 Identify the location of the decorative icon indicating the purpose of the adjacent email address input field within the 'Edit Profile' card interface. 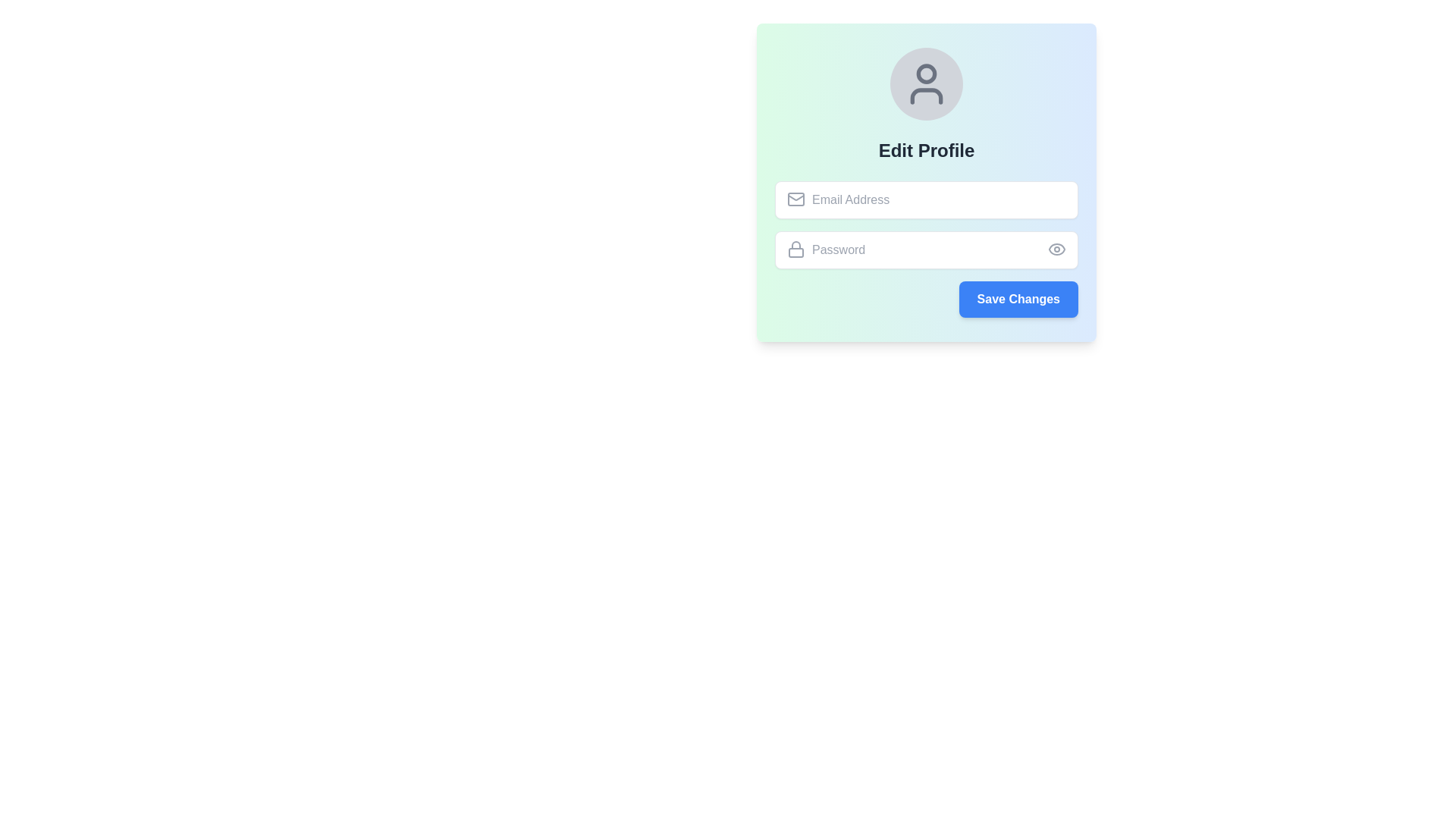
(795, 198).